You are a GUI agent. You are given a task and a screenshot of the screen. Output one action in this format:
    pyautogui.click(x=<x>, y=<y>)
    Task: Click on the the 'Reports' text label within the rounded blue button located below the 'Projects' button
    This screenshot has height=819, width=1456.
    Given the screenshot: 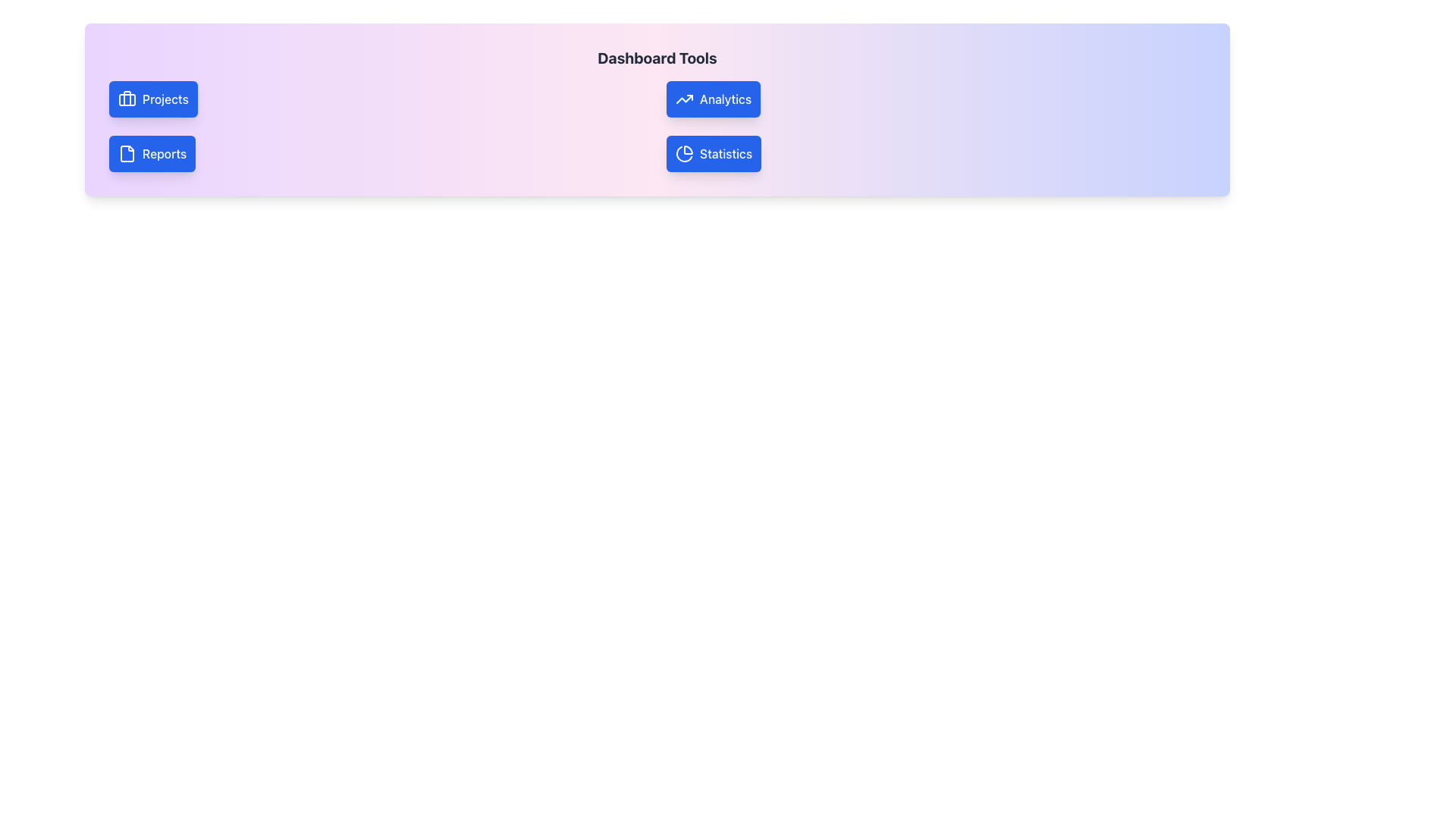 What is the action you would take?
    pyautogui.click(x=165, y=154)
    